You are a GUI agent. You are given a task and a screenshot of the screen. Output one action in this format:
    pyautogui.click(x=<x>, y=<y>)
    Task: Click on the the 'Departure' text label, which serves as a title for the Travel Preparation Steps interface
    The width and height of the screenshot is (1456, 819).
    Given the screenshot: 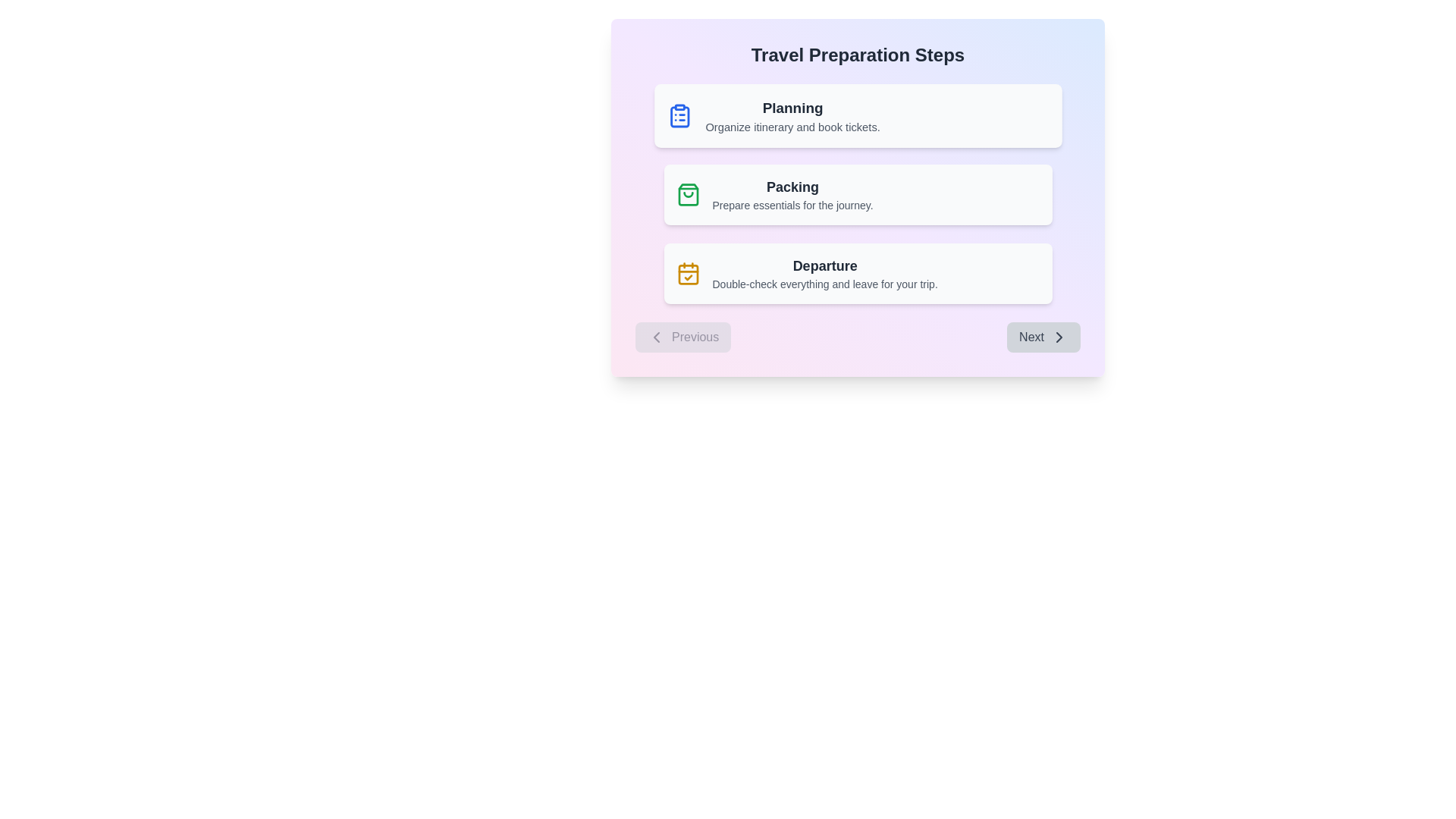 What is the action you would take?
    pyautogui.click(x=824, y=265)
    